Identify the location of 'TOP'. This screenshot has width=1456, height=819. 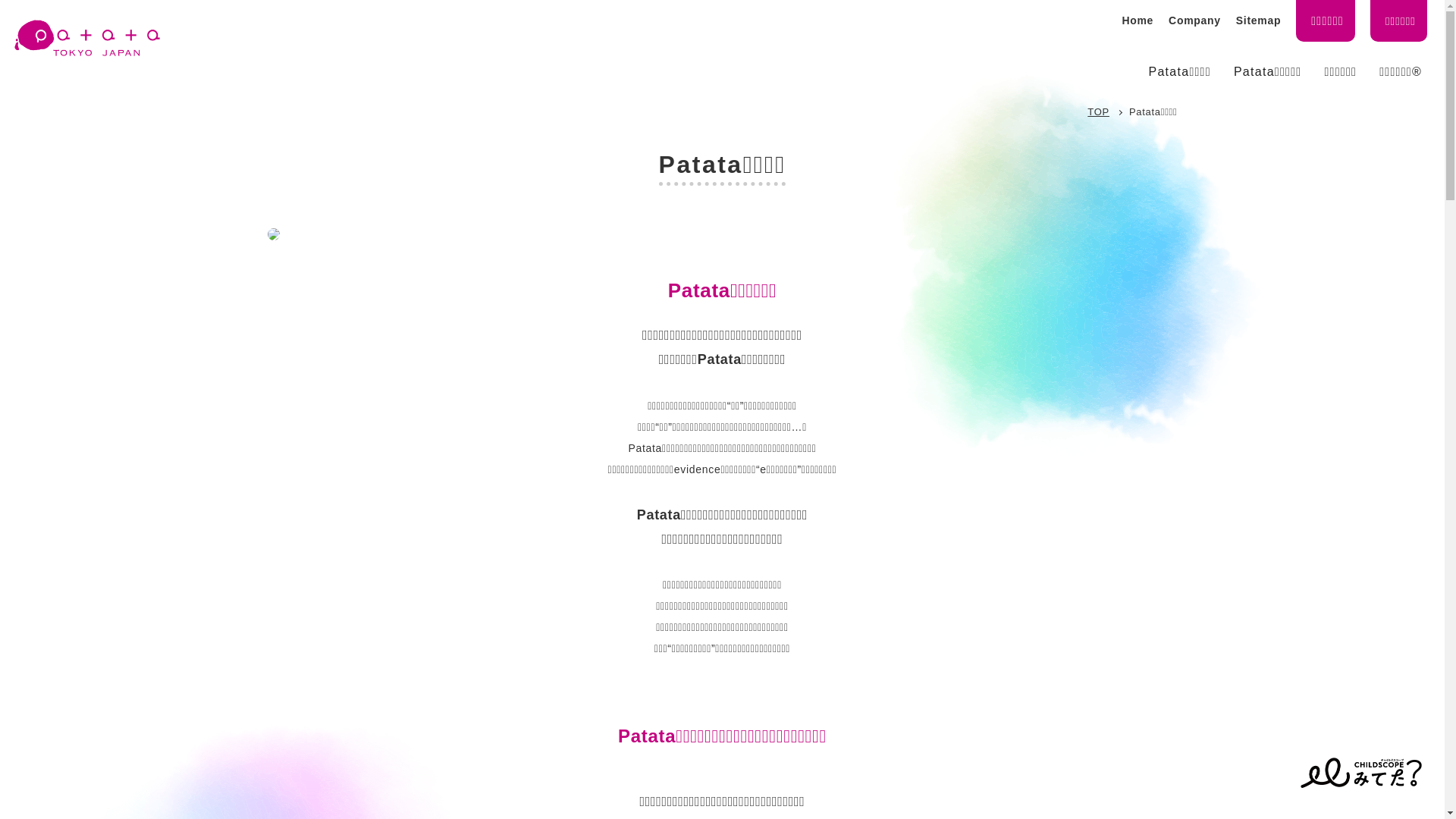
(1098, 111).